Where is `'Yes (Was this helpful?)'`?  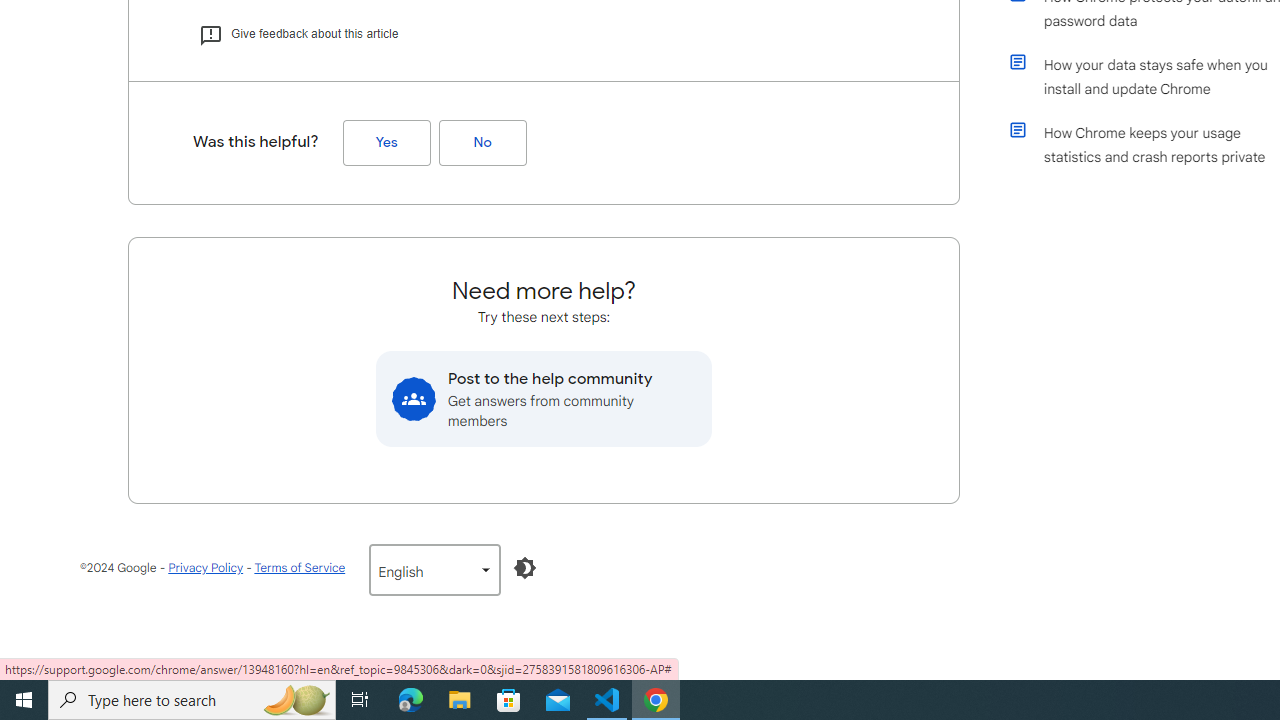
'Yes (Was this helpful?)' is located at coordinates (386, 142).